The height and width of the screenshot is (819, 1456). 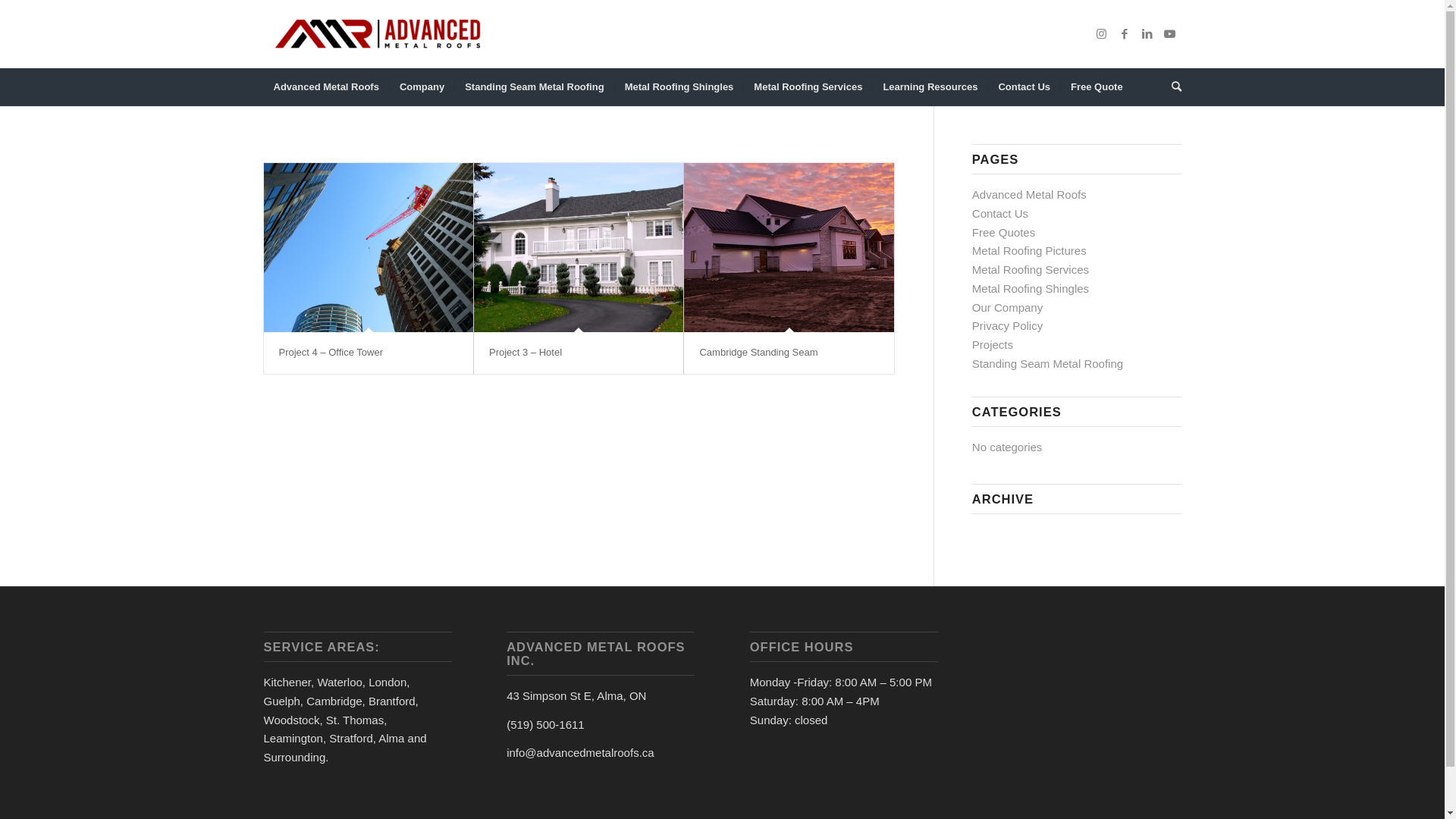 What do you see at coordinates (1030, 288) in the screenshot?
I see `'Metal Roofing Shingles'` at bounding box center [1030, 288].